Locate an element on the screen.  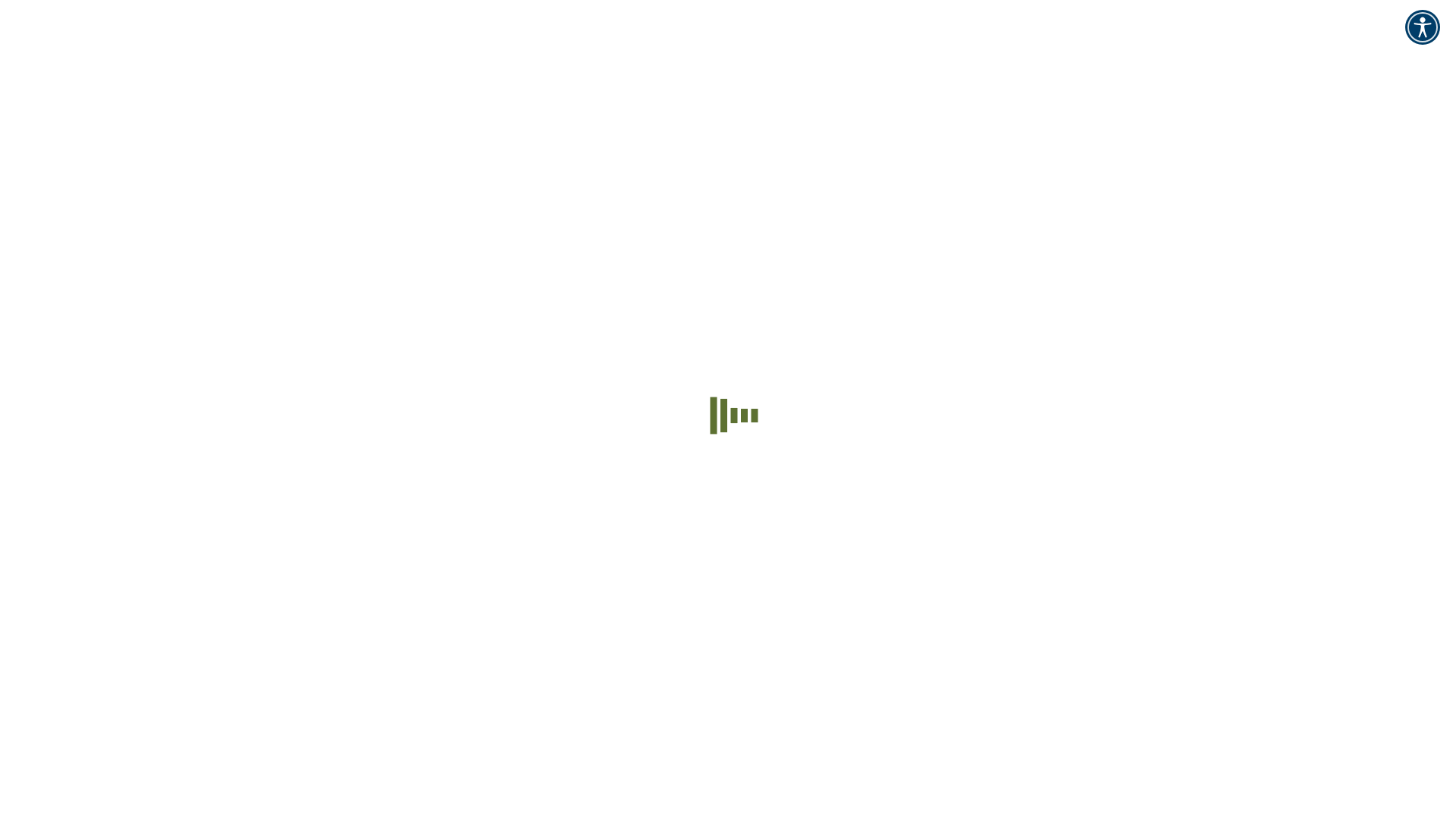
'Go to Top' is located at coordinates (6, 623).